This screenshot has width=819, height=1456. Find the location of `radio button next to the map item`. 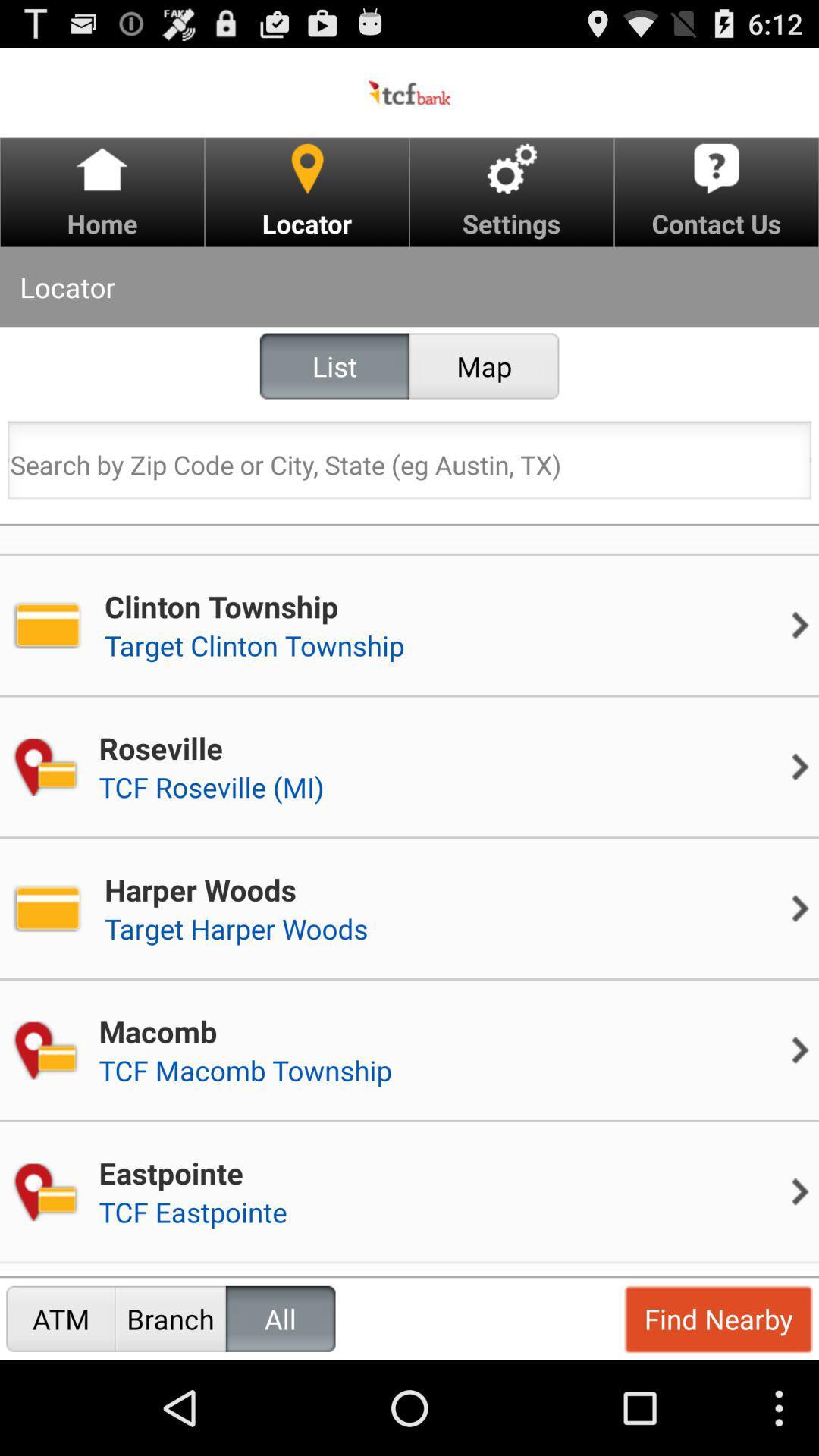

radio button next to the map item is located at coordinates (334, 366).